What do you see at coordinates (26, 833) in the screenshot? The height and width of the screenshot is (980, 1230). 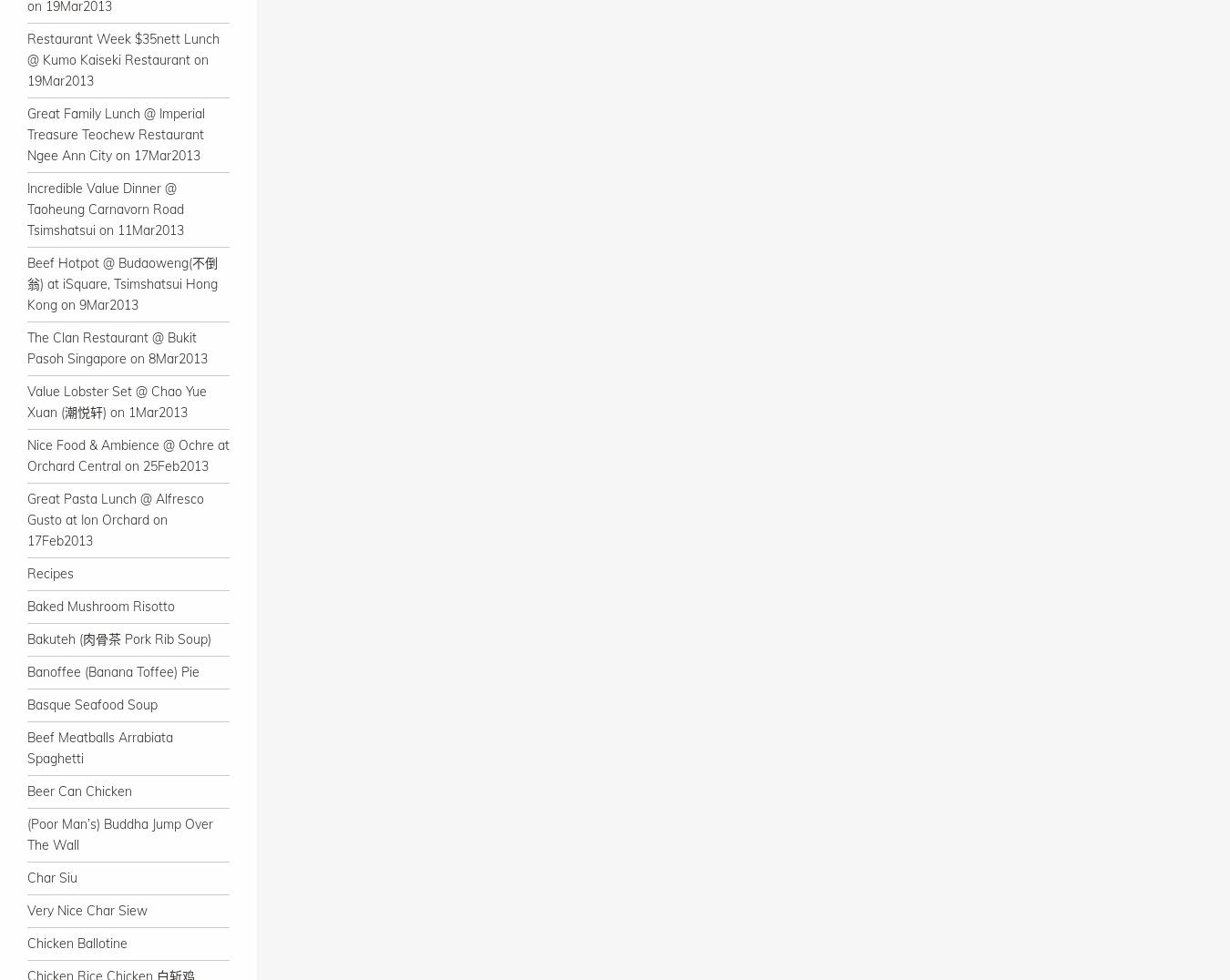 I see `'(Poor Man’s) Buddha Jump Over The Wall'` at bounding box center [26, 833].